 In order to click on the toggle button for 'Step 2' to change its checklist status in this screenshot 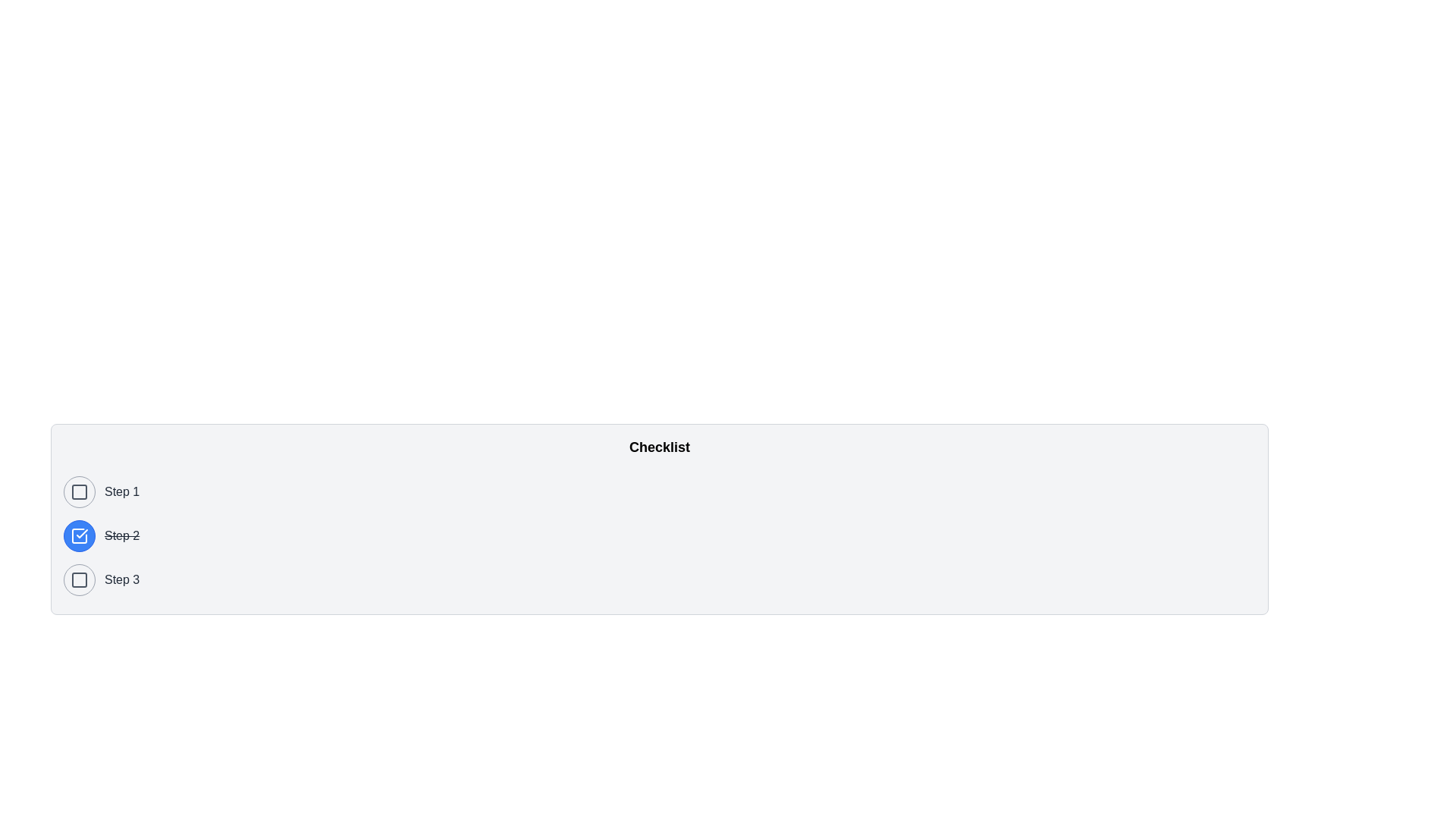, I will do `click(79, 535)`.